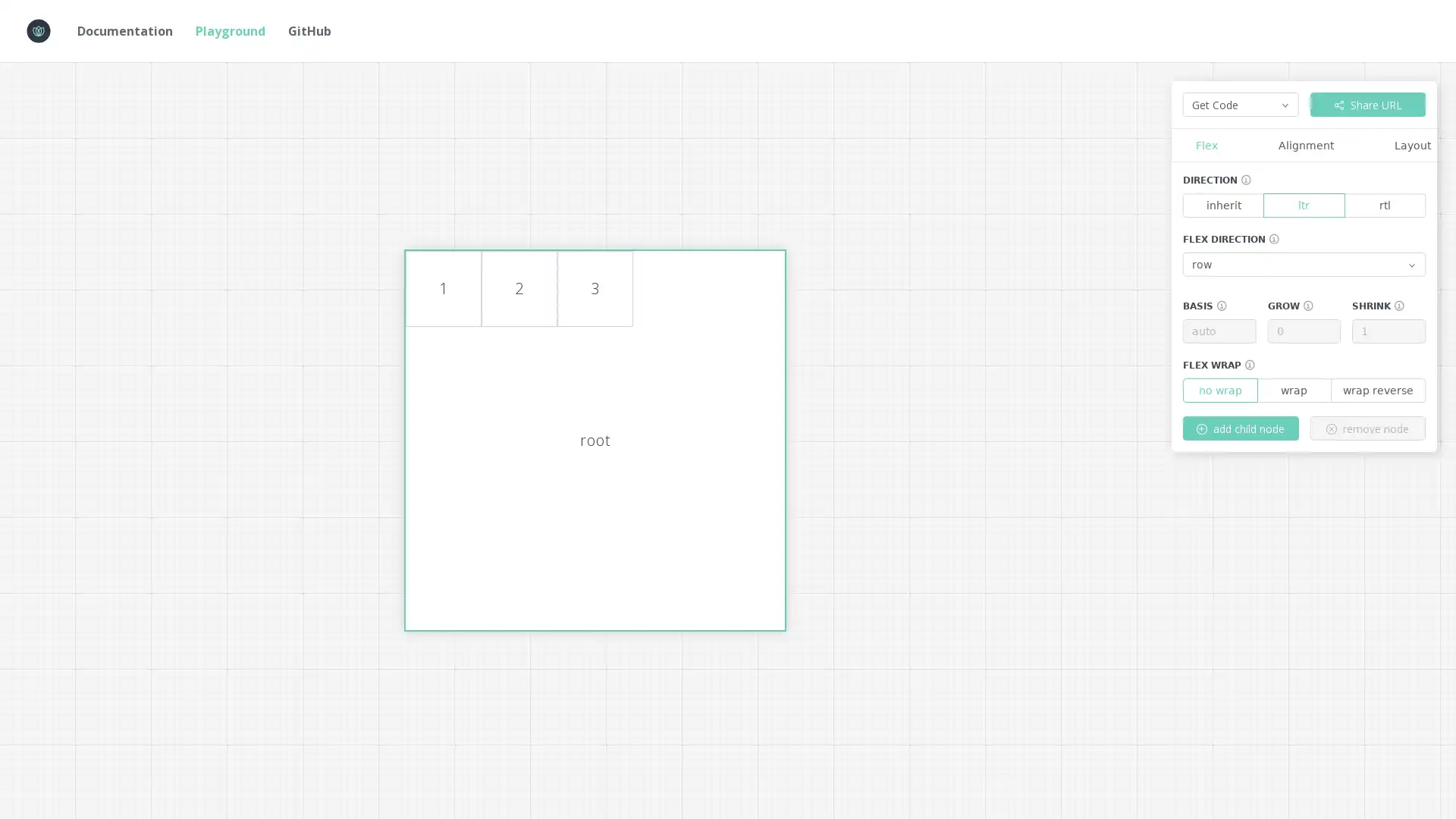 Image resolution: width=1456 pixels, height=819 pixels. I want to click on Get Code, so click(1241, 104).